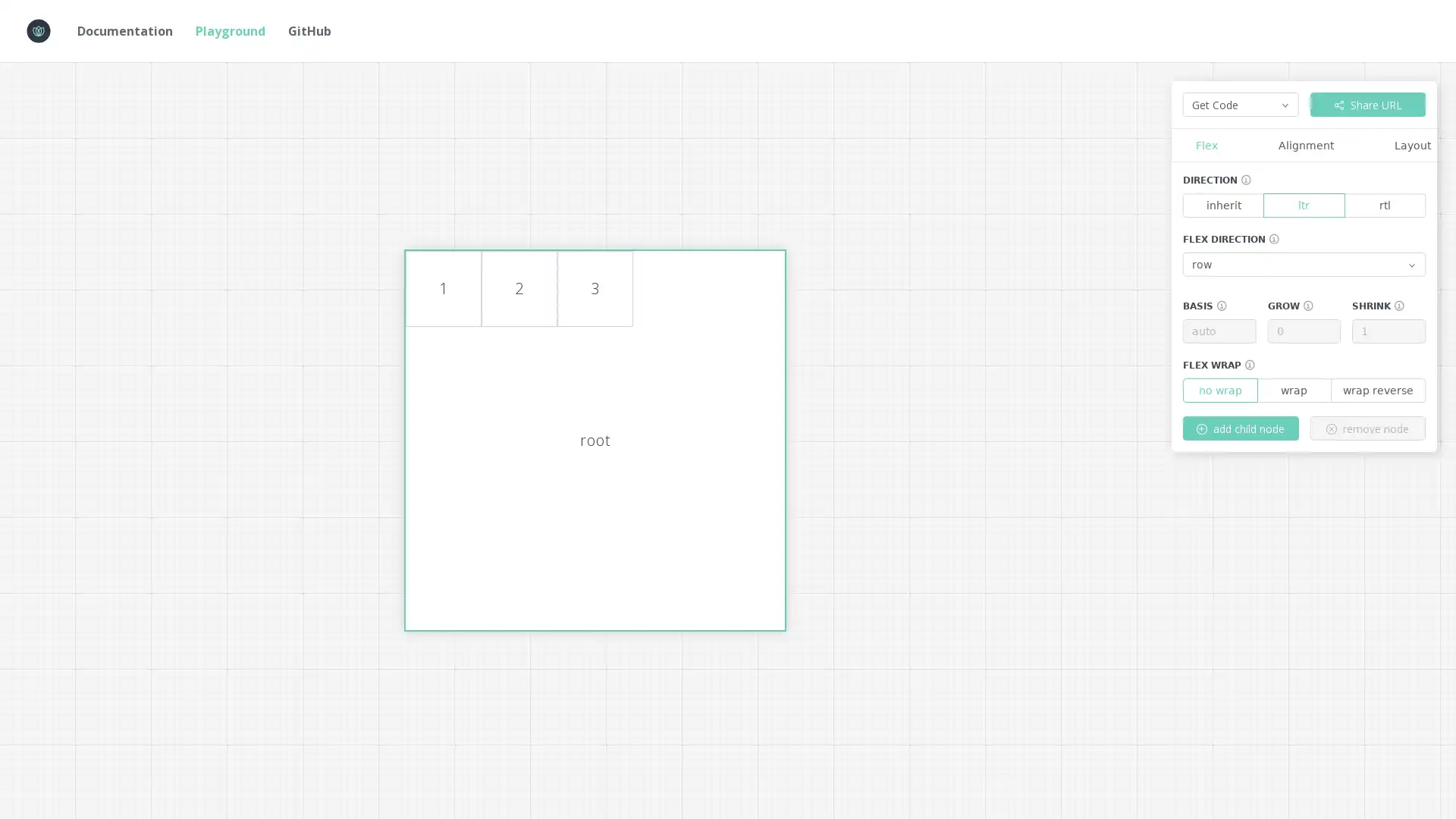 Image resolution: width=1456 pixels, height=819 pixels. I want to click on Get Code, so click(1241, 104).